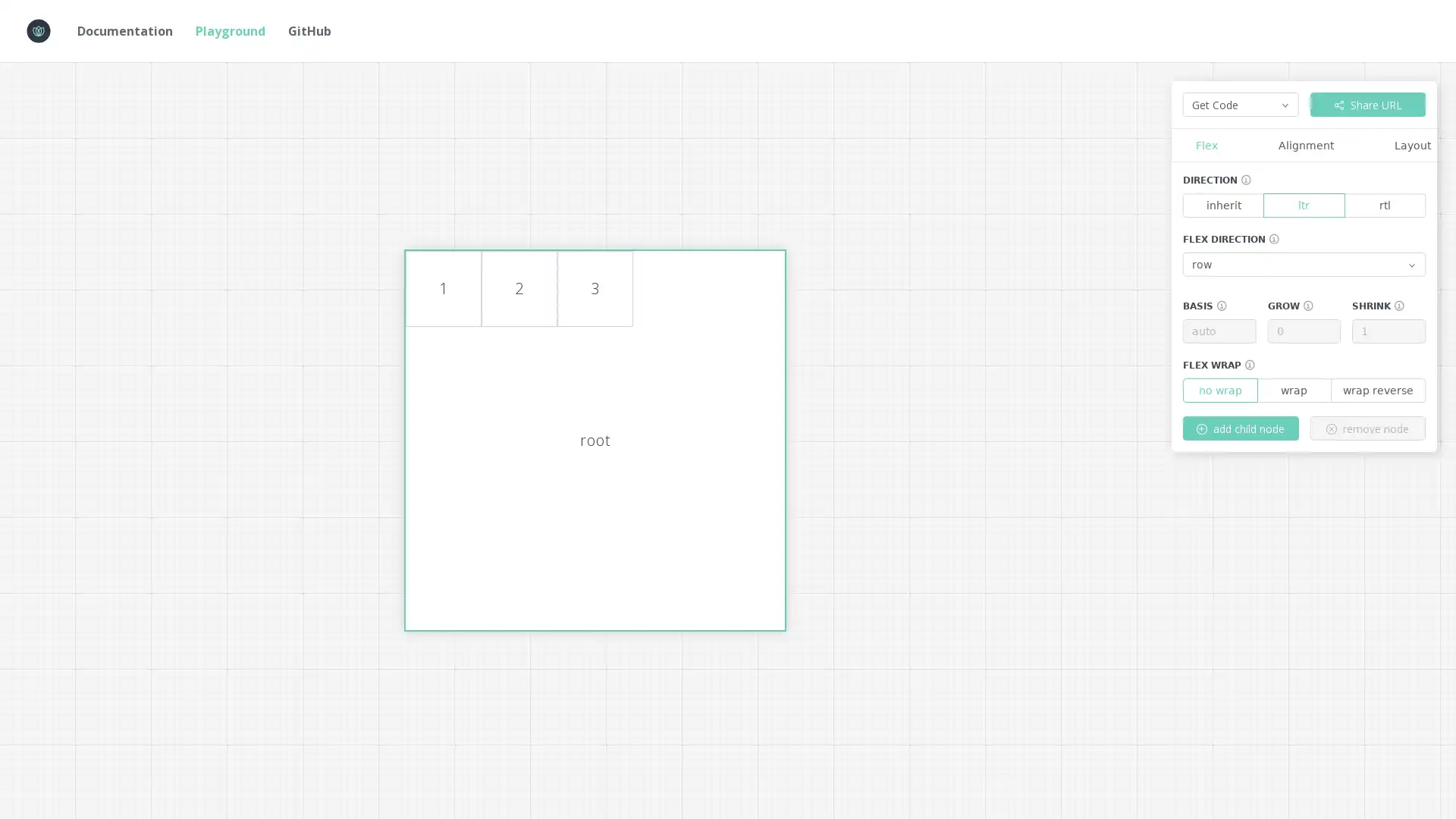 Image resolution: width=1456 pixels, height=819 pixels. I want to click on Get Code, so click(1241, 104).